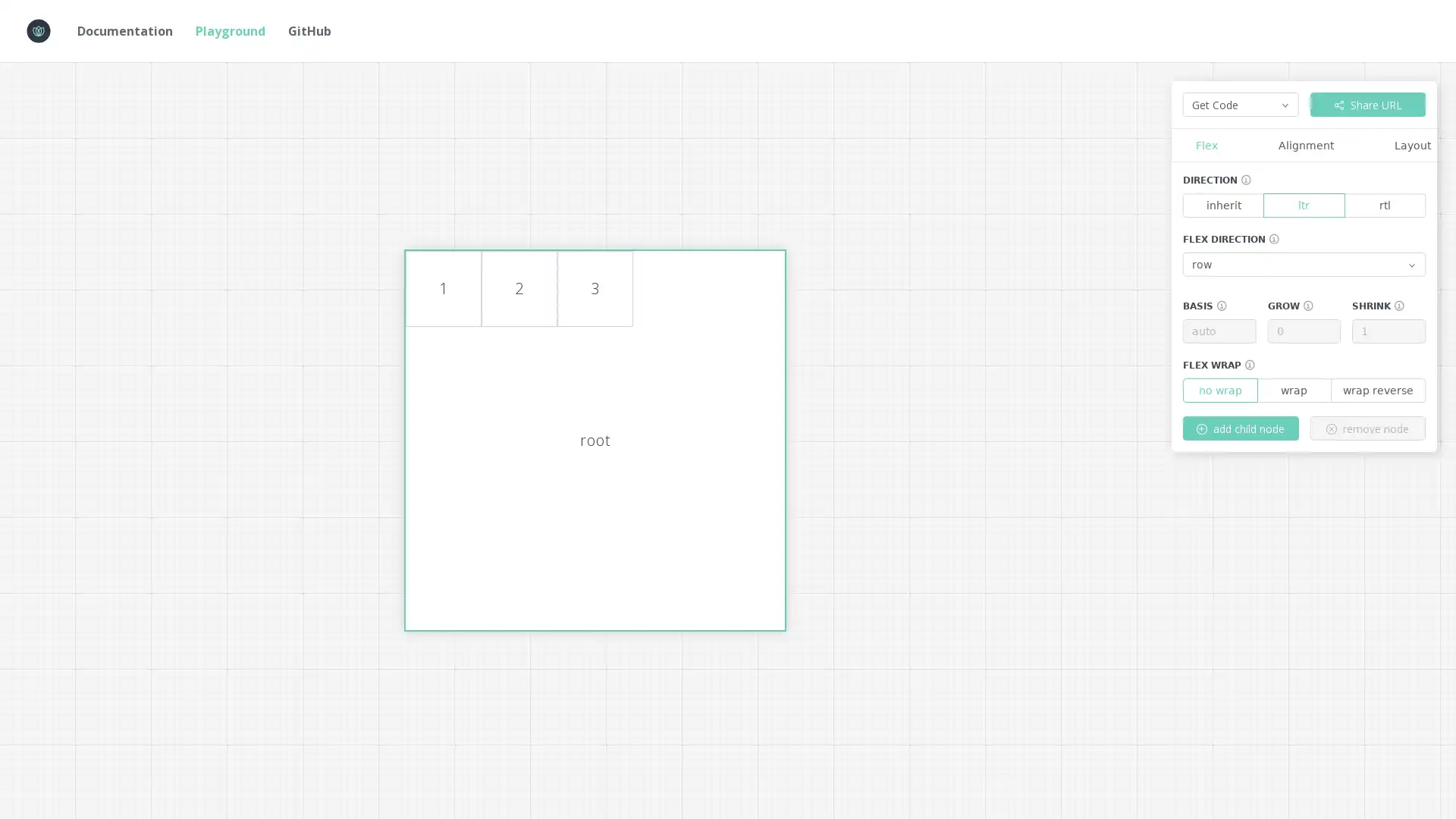 Image resolution: width=1456 pixels, height=819 pixels. I want to click on Get Code, so click(1241, 104).